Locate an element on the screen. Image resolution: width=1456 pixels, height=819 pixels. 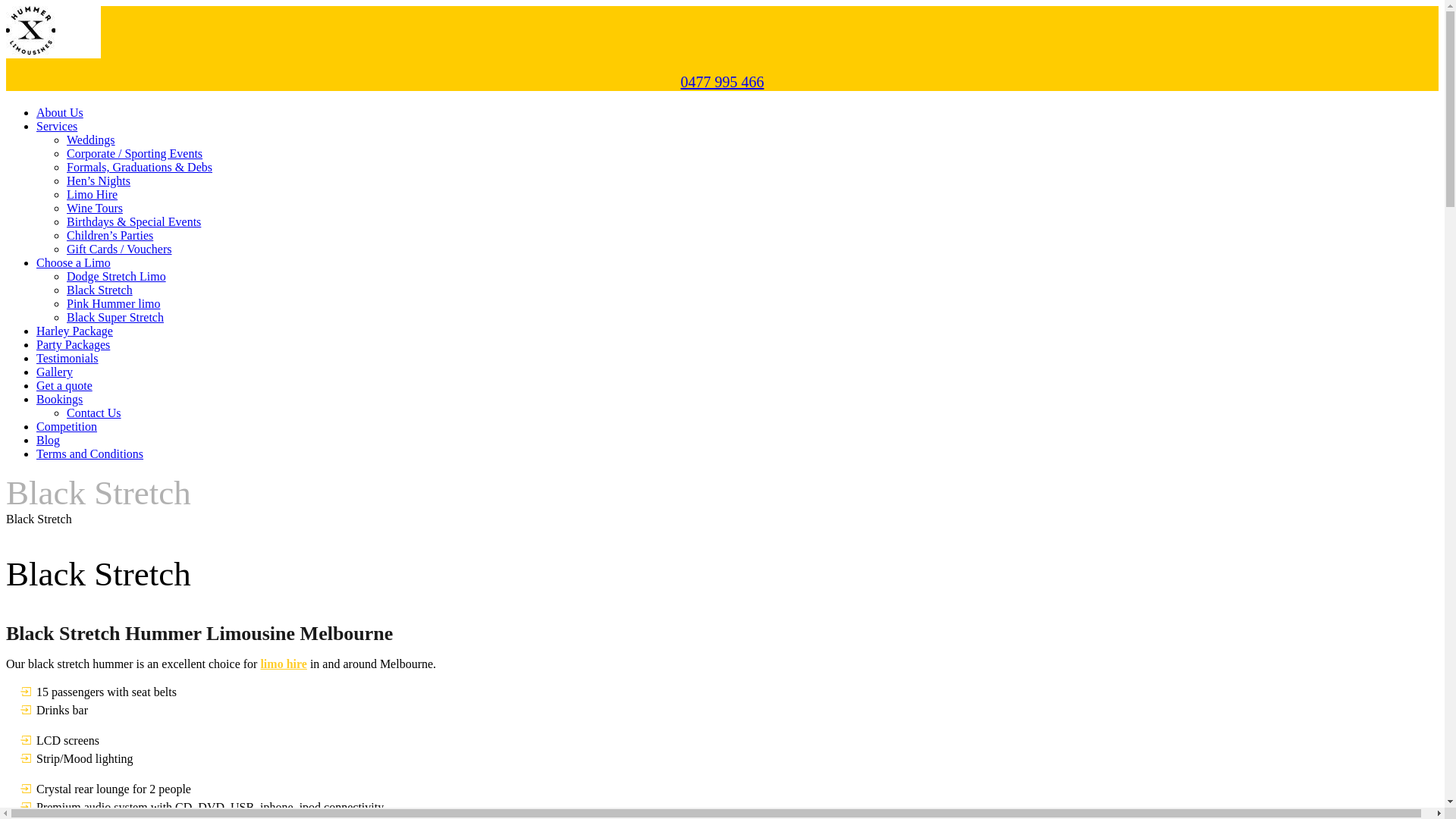
'Black Stretch' is located at coordinates (99, 290).